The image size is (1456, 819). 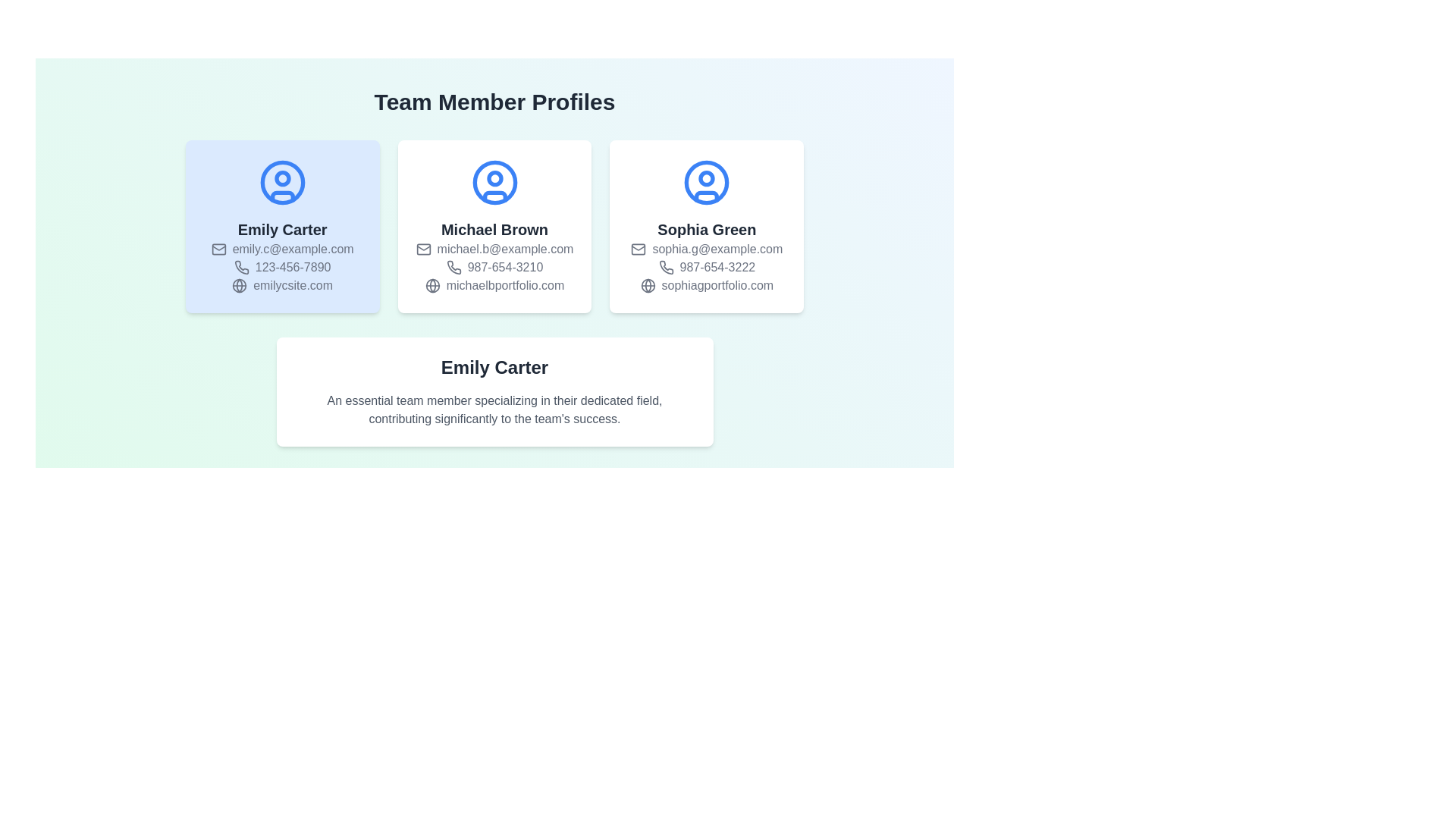 I want to click on the text label 'Emily Carter' which is displayed in bold font and is part of the profile card, located directly below the user icon, so click(x=282, y=230).